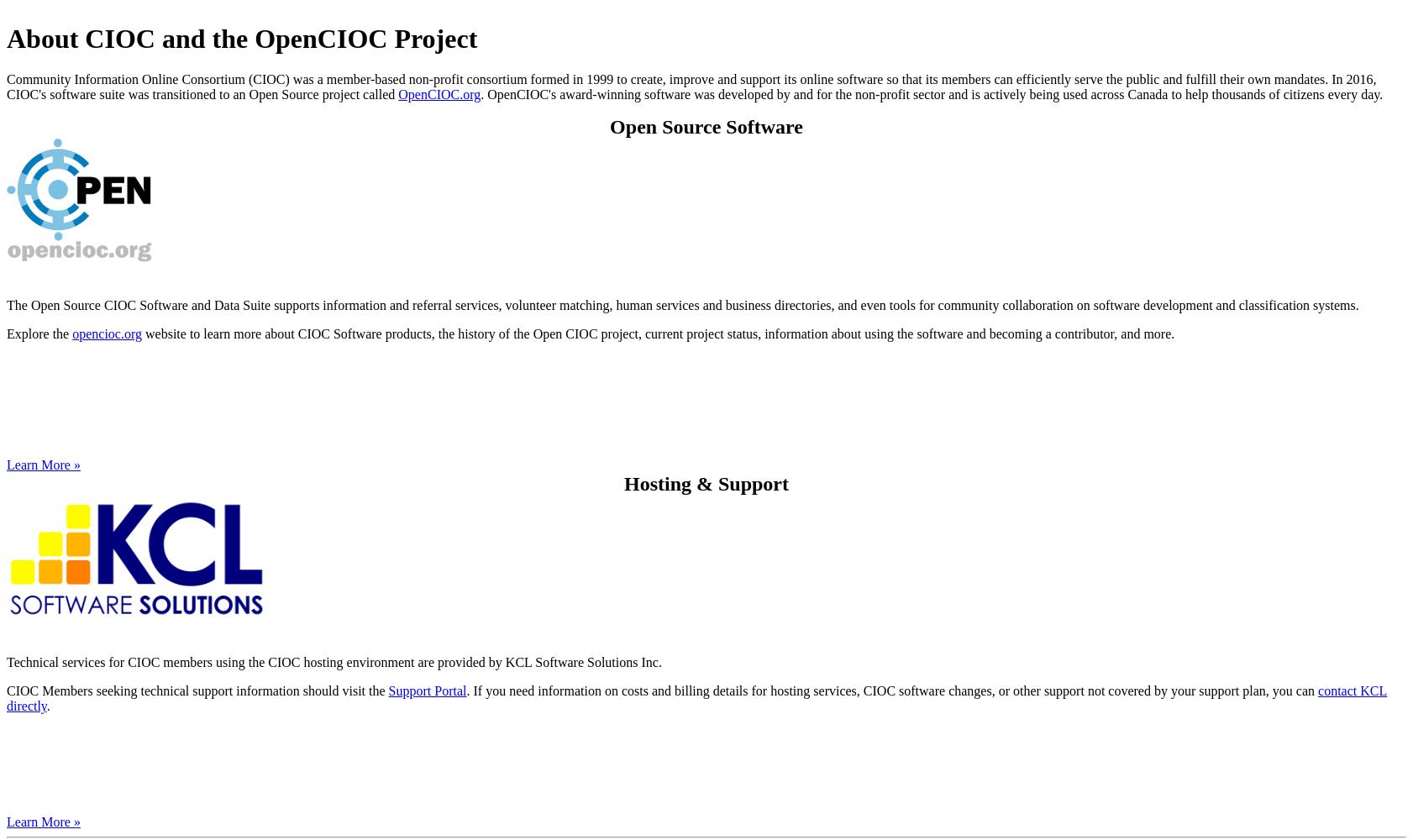 The width and height of the screenshot is (1413, 840). What do you see at coordinates (47, 705) in the screenshot?
I see `'.'` at bounding box center [47, 705].